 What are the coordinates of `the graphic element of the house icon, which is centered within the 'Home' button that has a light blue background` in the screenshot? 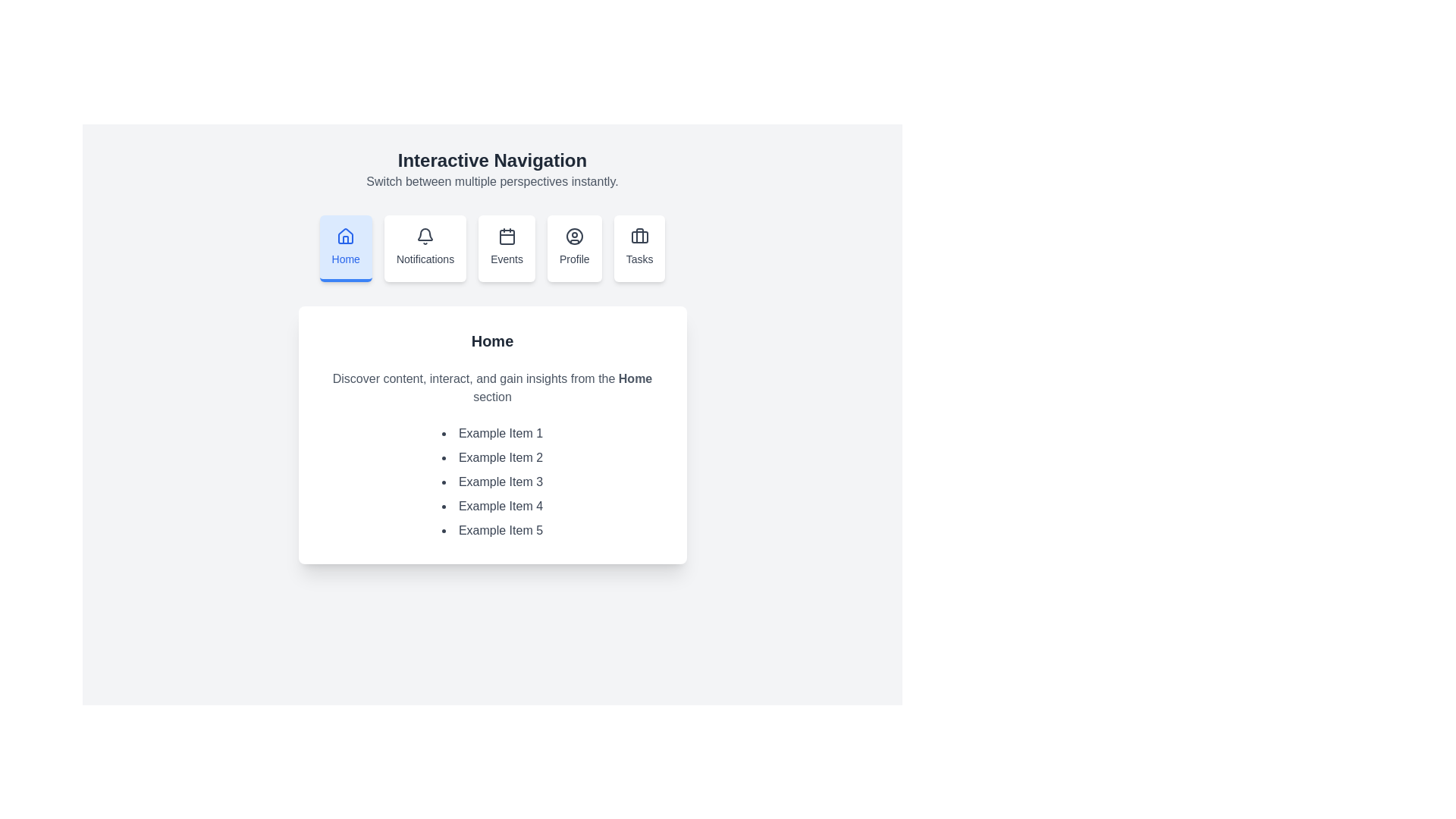 It's located at (345, 239).